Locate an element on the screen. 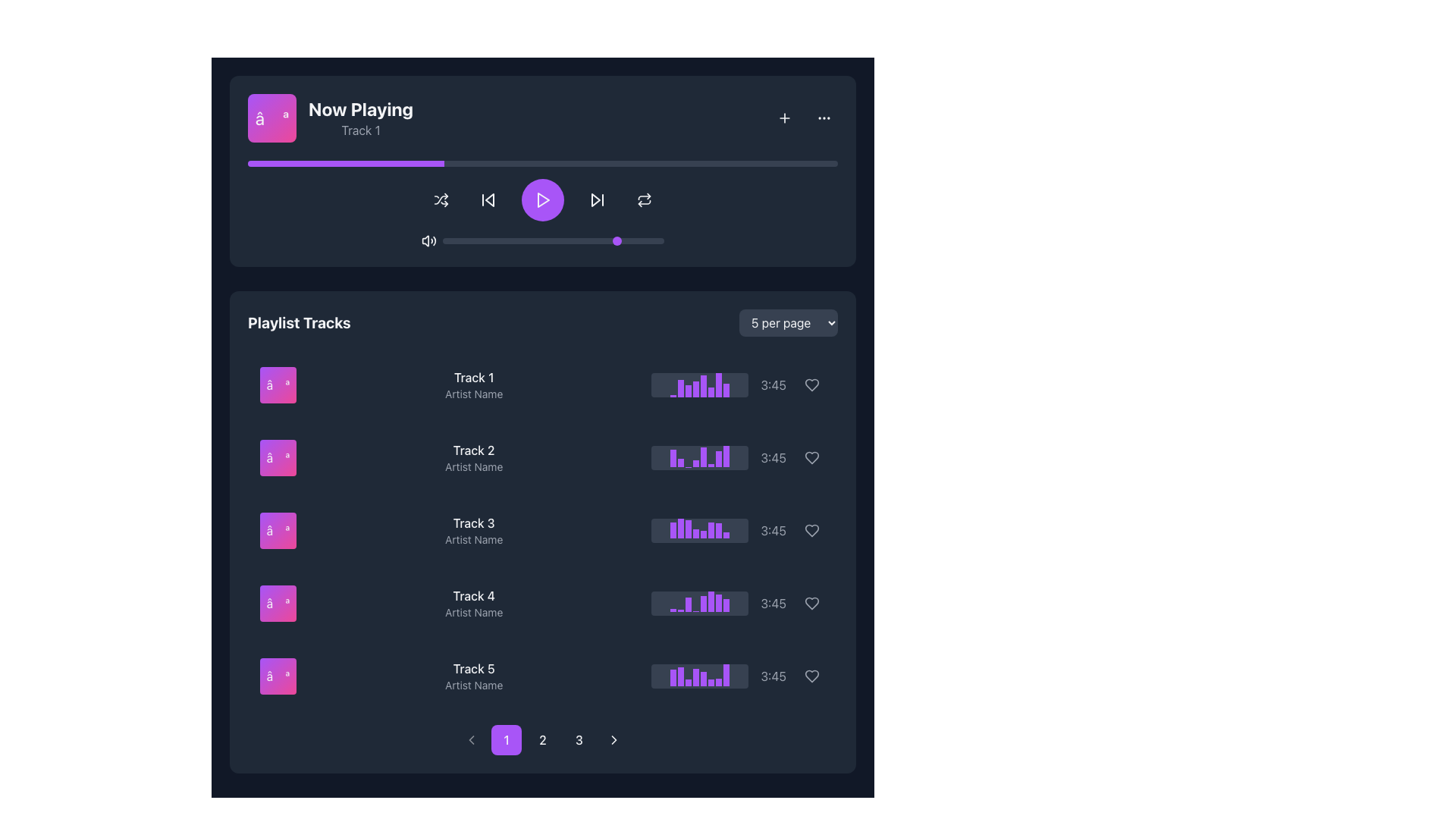 The image size is (1456, 819). the heart-shaped icon is located at coordinates (811, 675).